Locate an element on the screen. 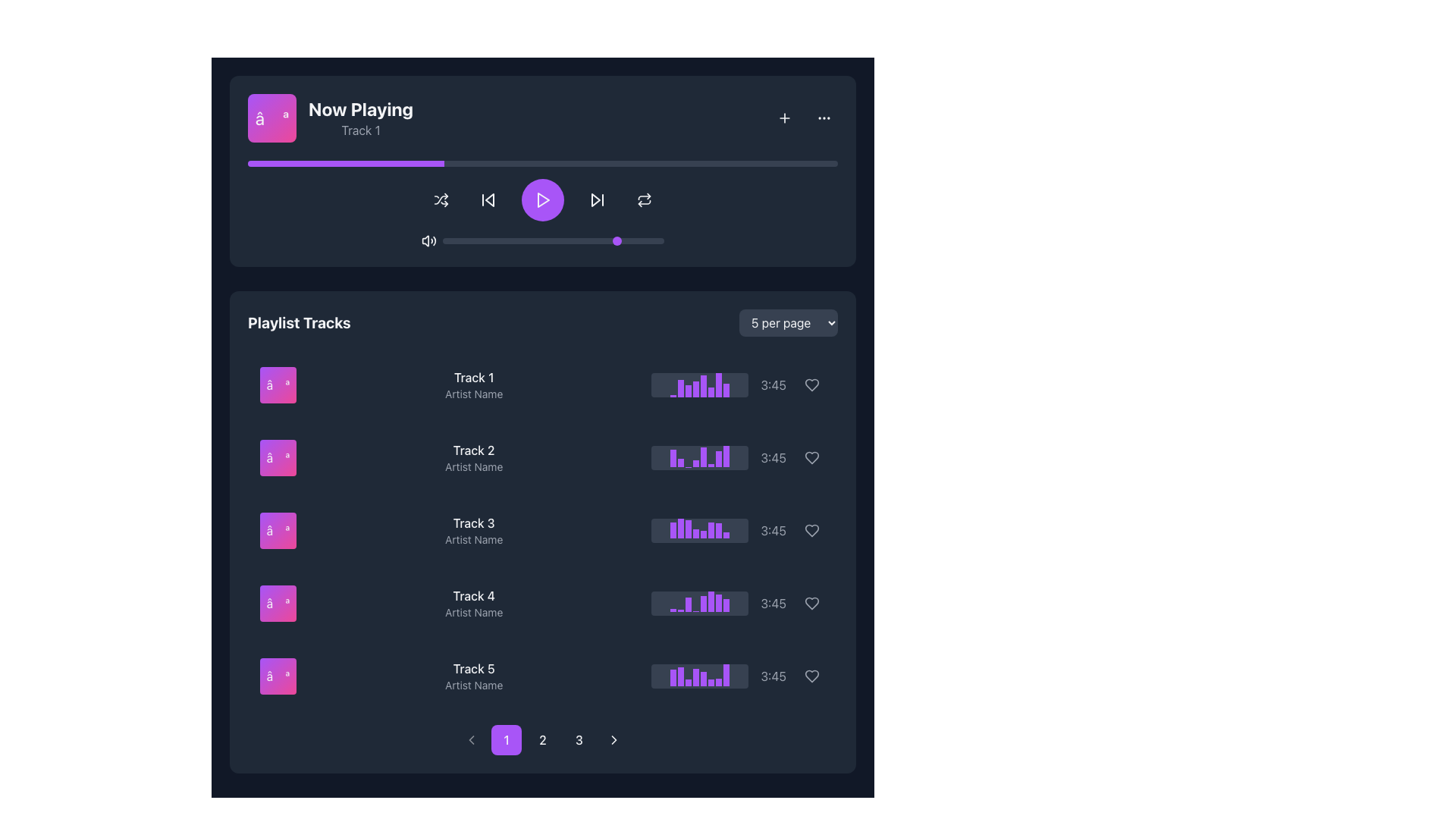 The image size is (1456, 819). the heart-shaped icon is located at coordinates (811, 675).